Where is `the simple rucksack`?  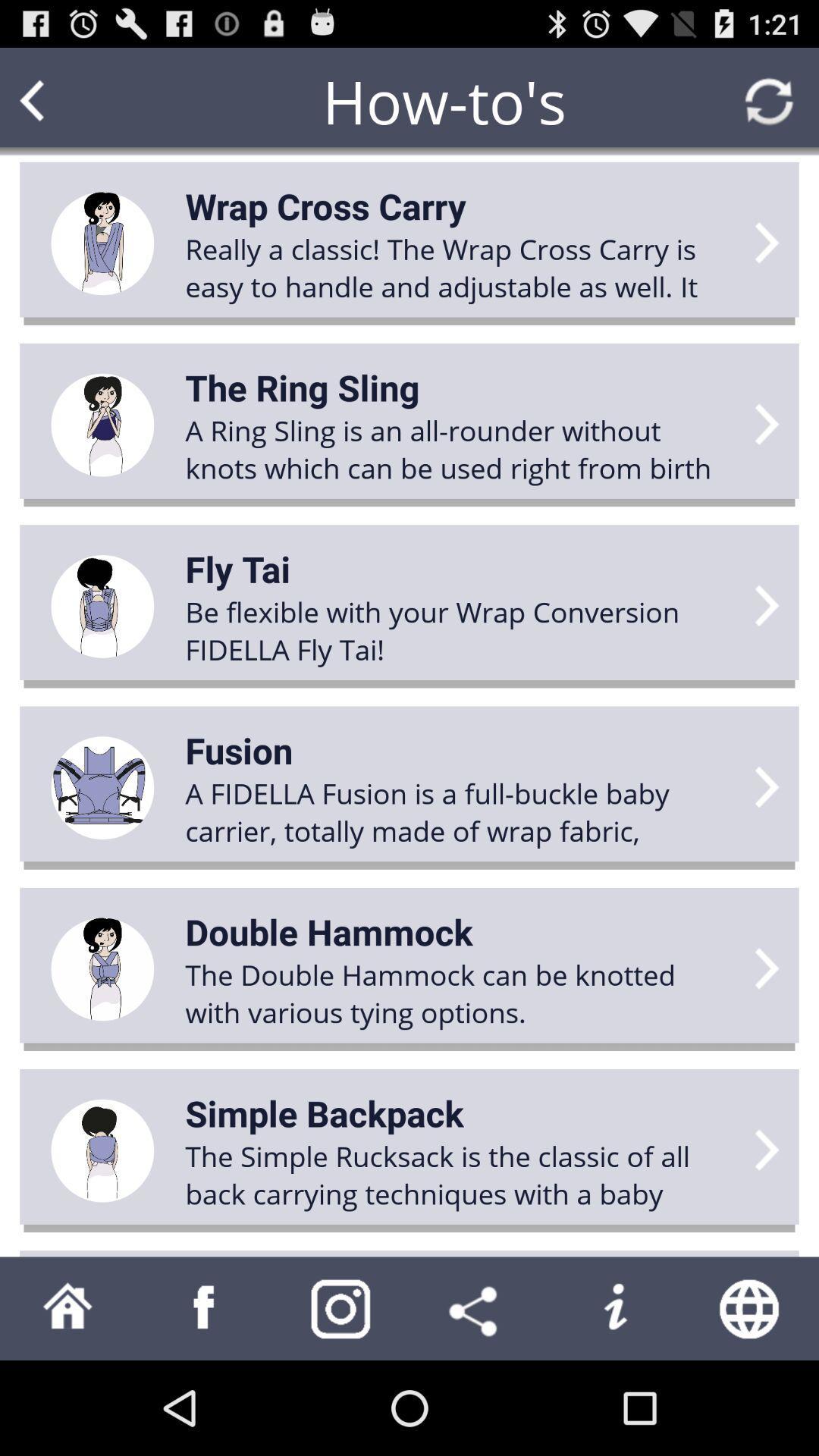
the simple rucksack is located at coordinates (460, 1174).